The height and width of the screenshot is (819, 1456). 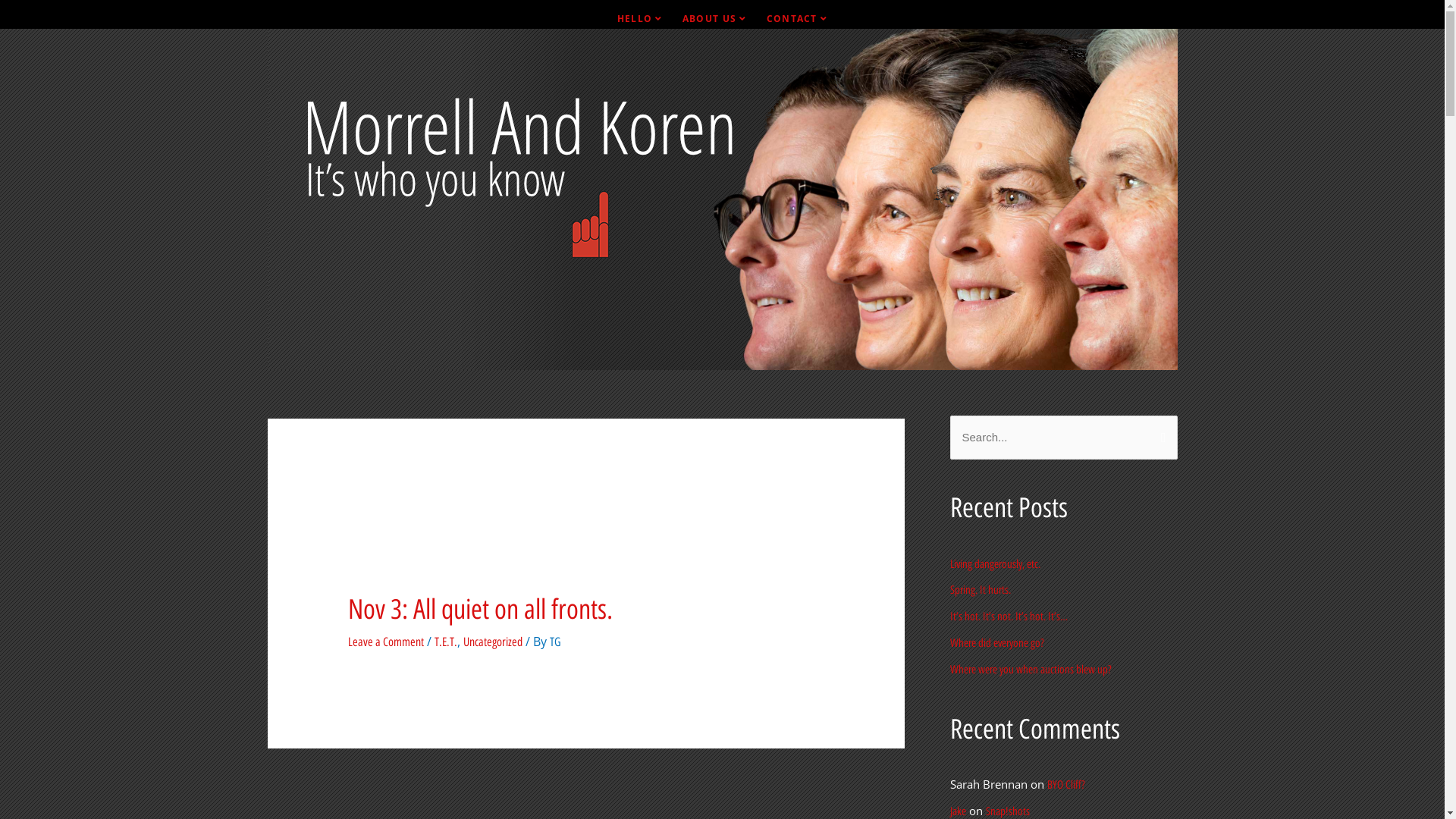 I want to click on 'CONTACT', so click(x=796, y=18).